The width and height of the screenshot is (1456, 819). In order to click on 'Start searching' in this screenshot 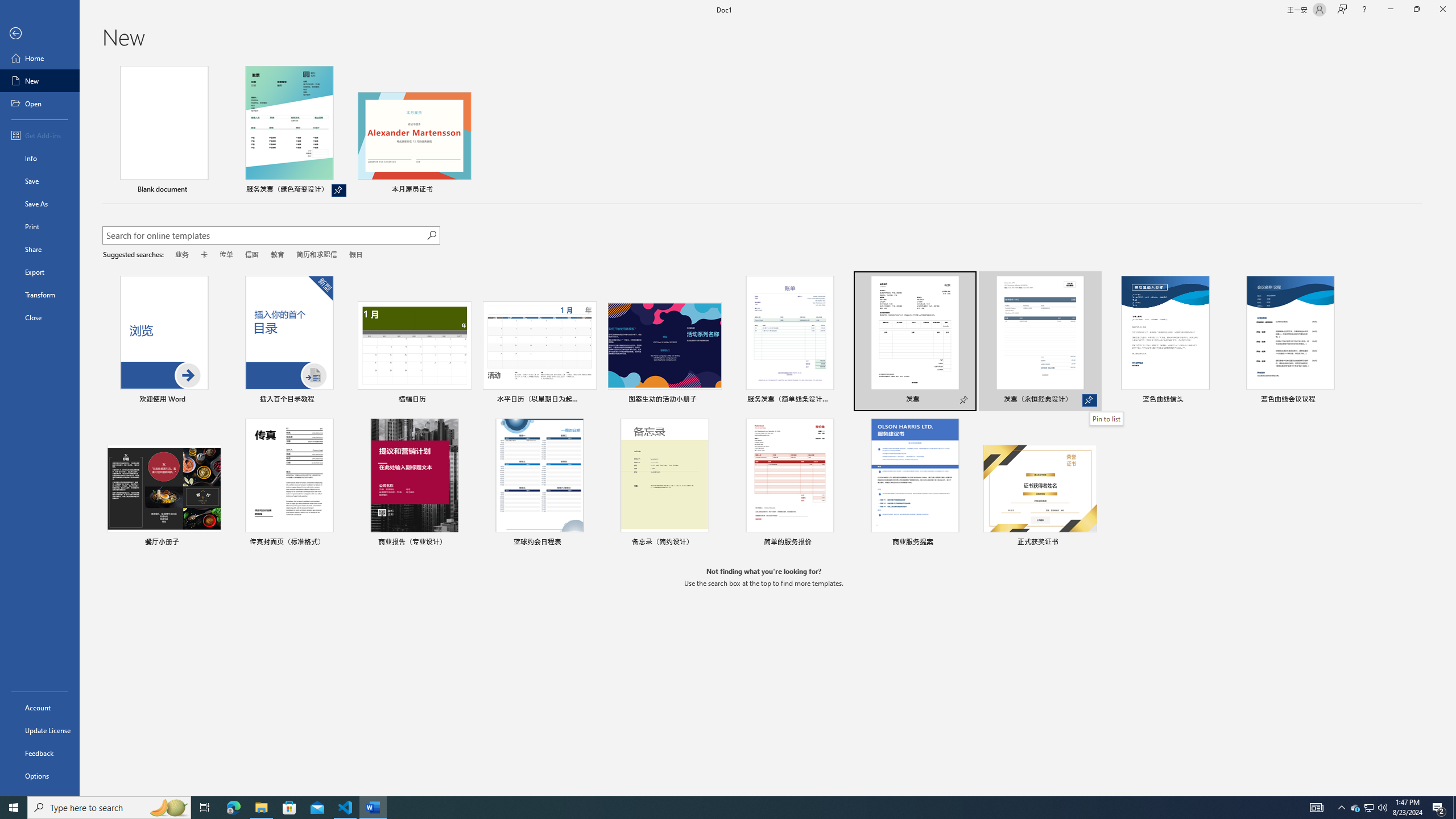, I will do `click(431, 235)`.